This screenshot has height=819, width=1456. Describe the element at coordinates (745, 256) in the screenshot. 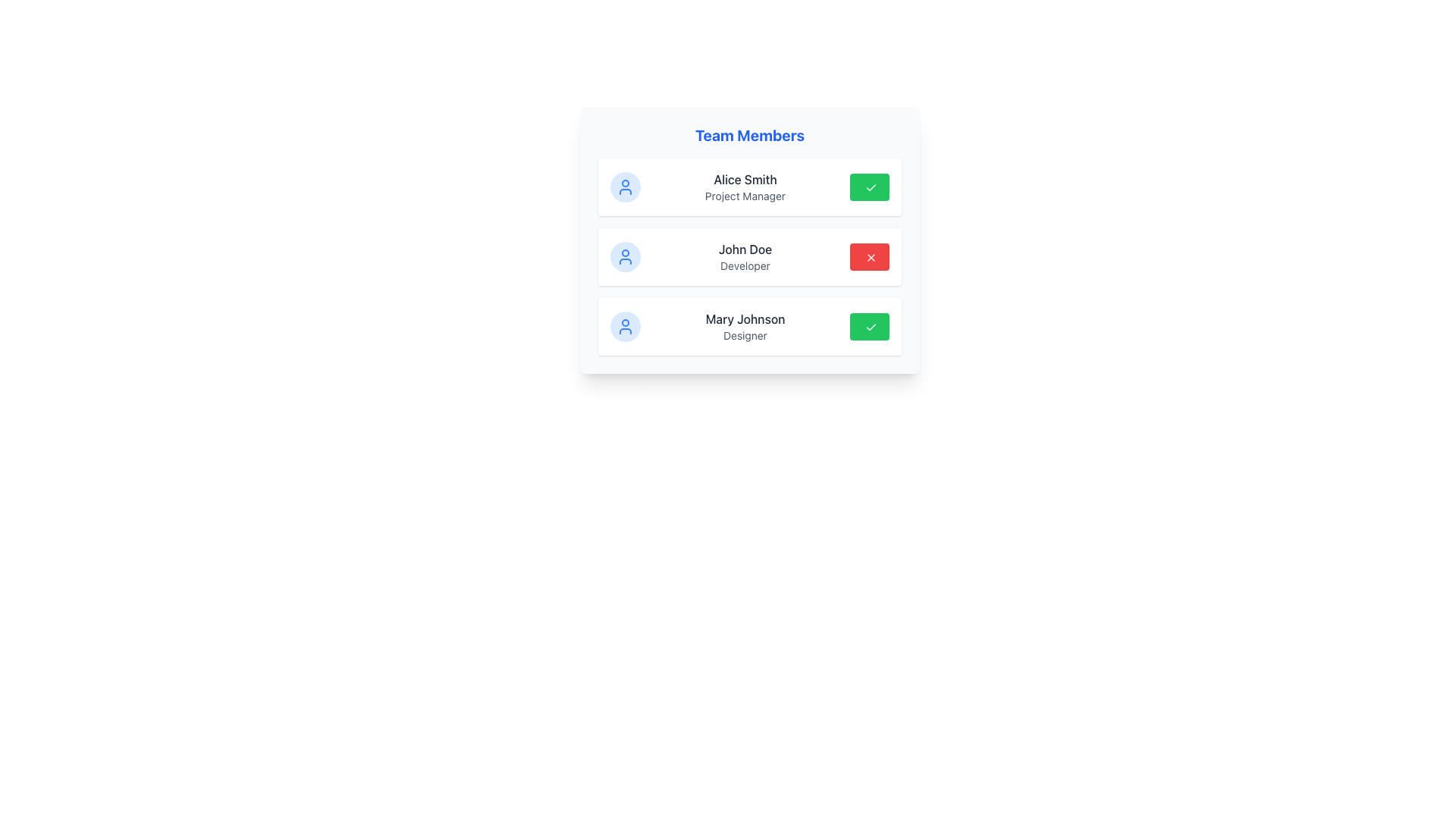

I see `the text block displaying the name and occupation of the second team member in the vertical list` at that location.